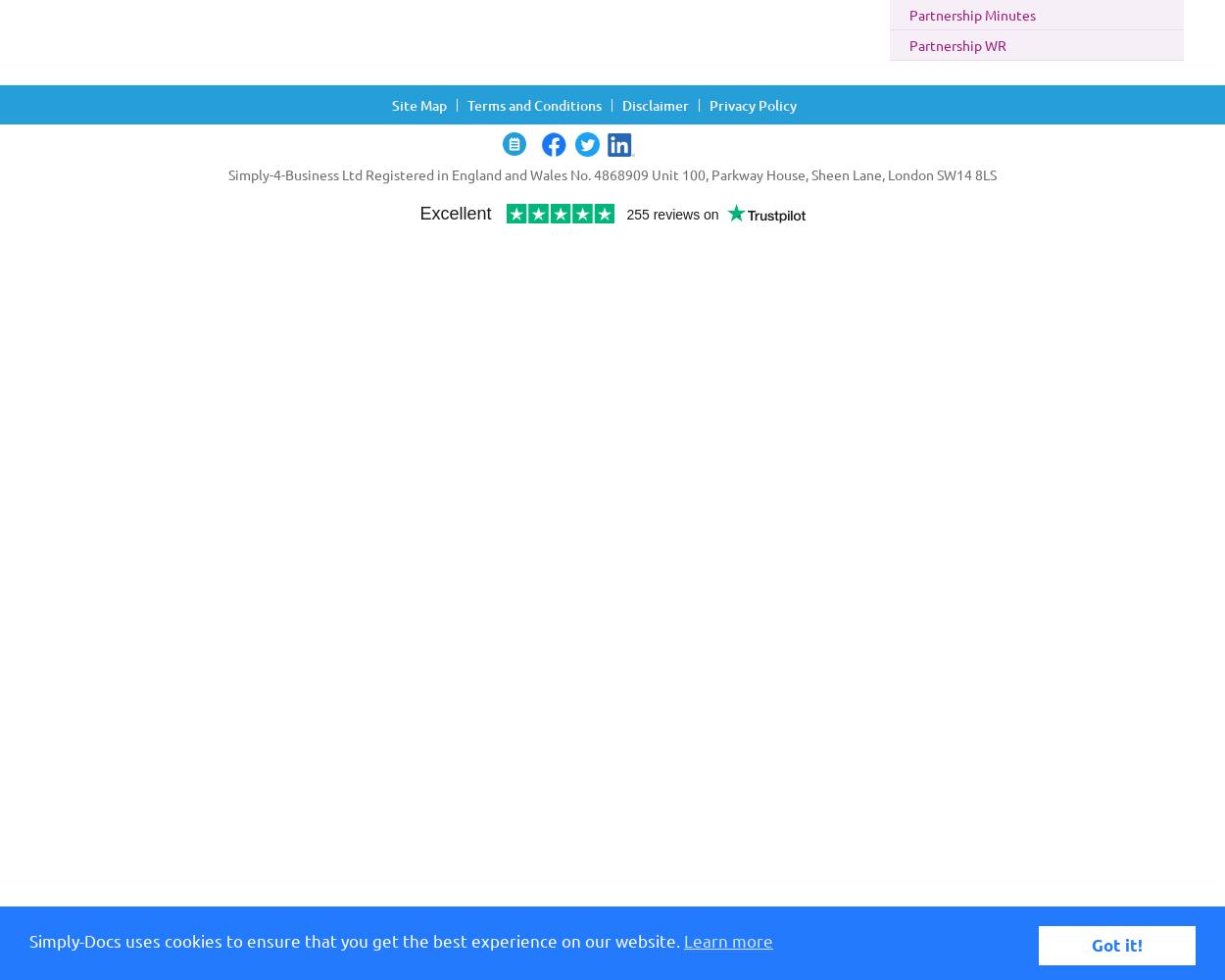 This screenshot has width=1225, height=980. Describe the element at coordinates (753, 104) in the screenshot. I see `'Privacy Policy'` at that location.